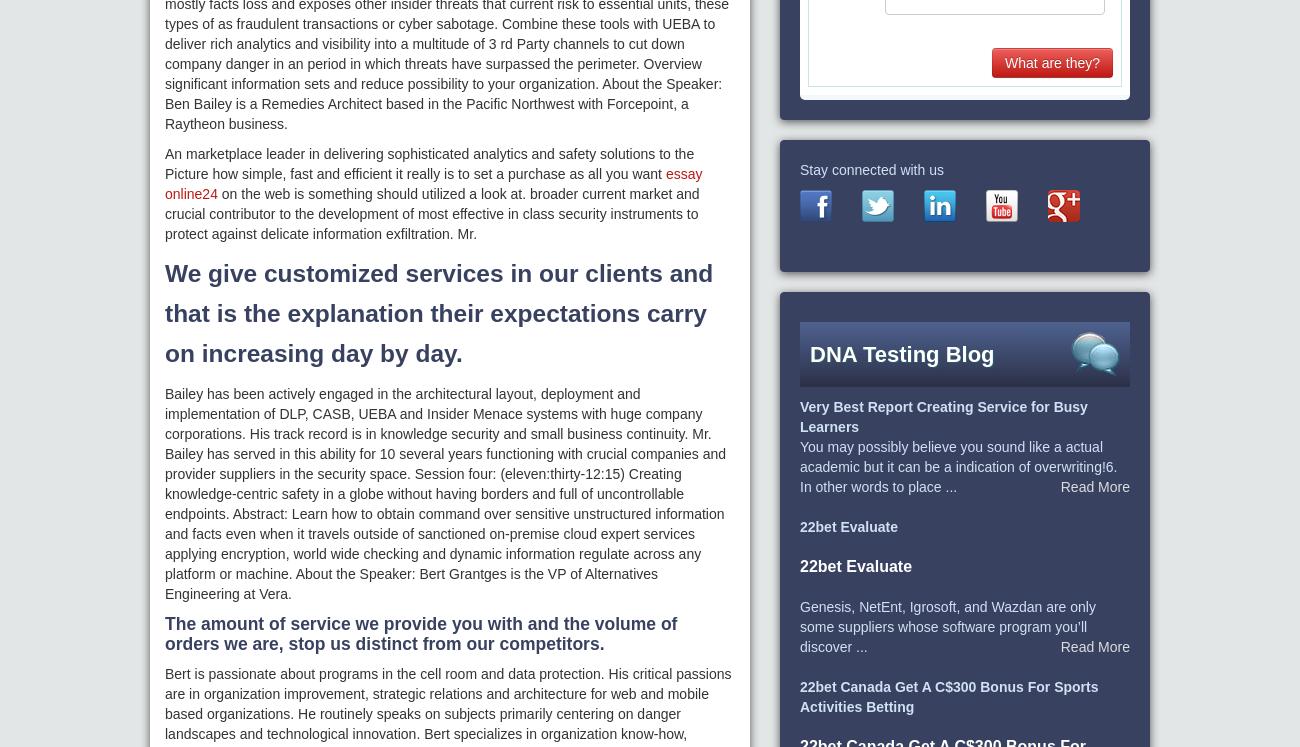 Image resolution: width=1300 pixels, height=747 pixels. I want to click on 'essay online24', so click(433, 183).